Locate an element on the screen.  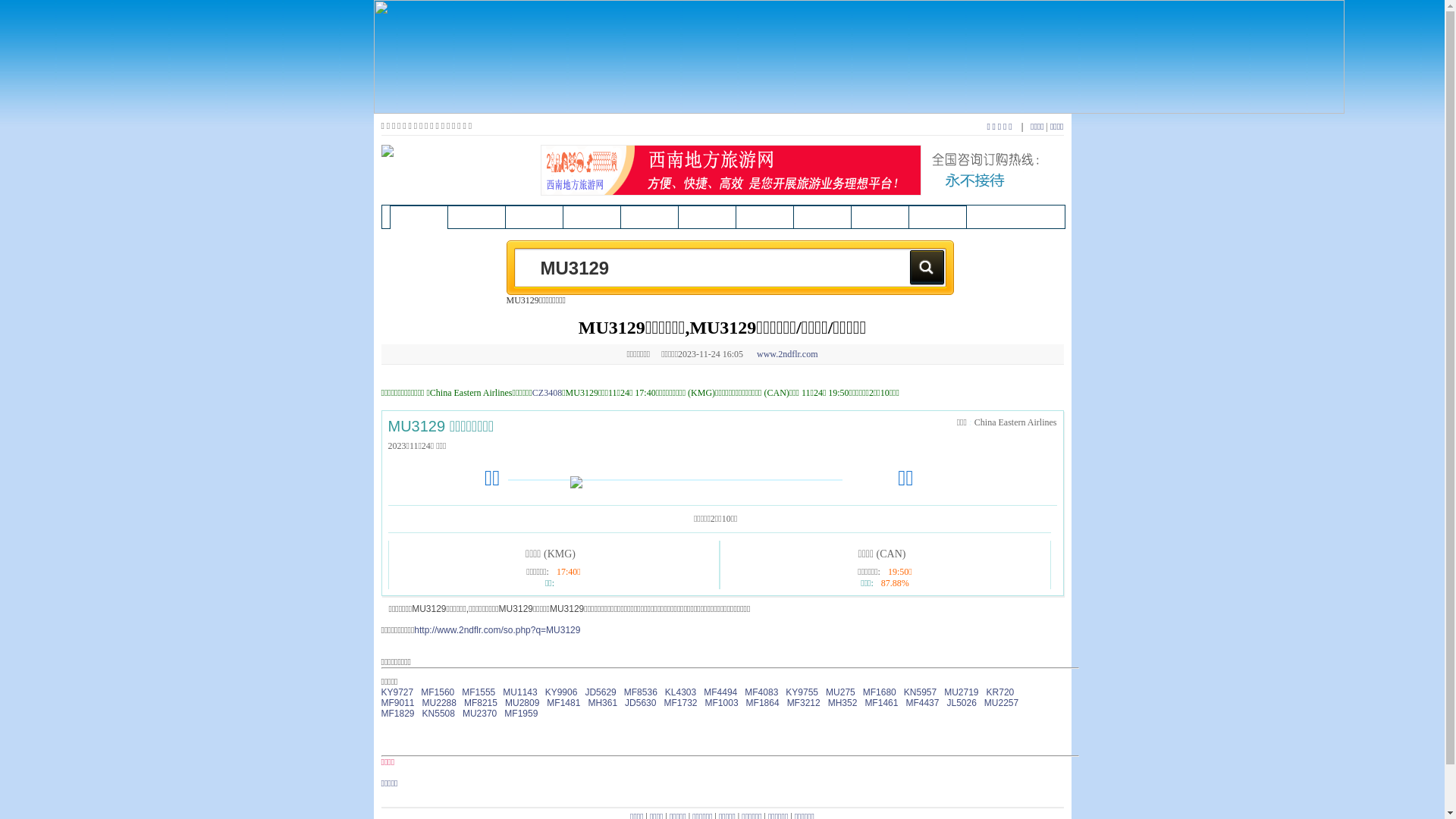
'KY9727' is located at coordinates (397, 692).